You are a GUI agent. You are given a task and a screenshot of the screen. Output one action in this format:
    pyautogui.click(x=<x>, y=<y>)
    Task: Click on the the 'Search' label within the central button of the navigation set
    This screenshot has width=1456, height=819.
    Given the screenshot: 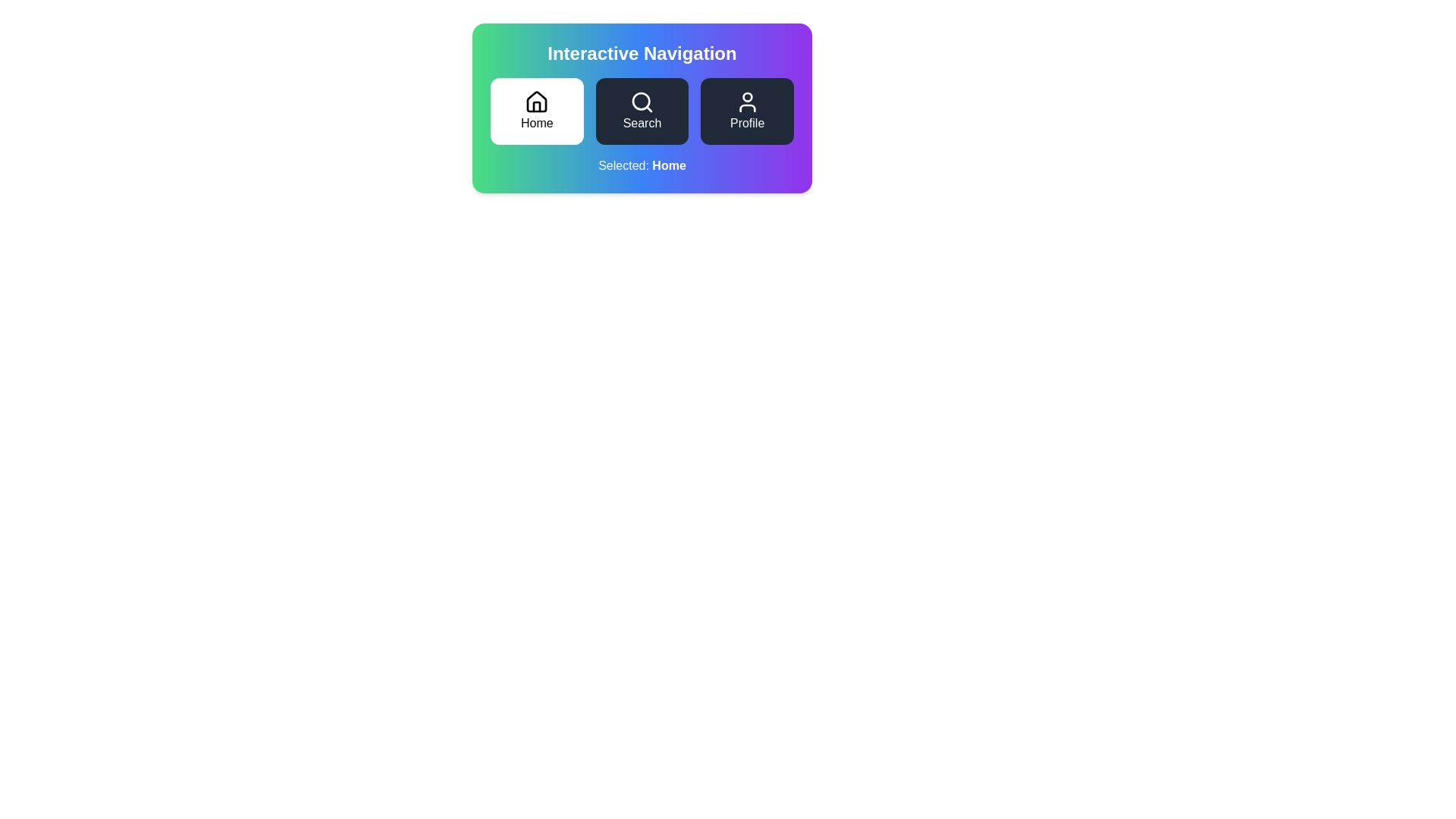 What is the action you would take?
    pyautogui.click(x=642, y=122)
    